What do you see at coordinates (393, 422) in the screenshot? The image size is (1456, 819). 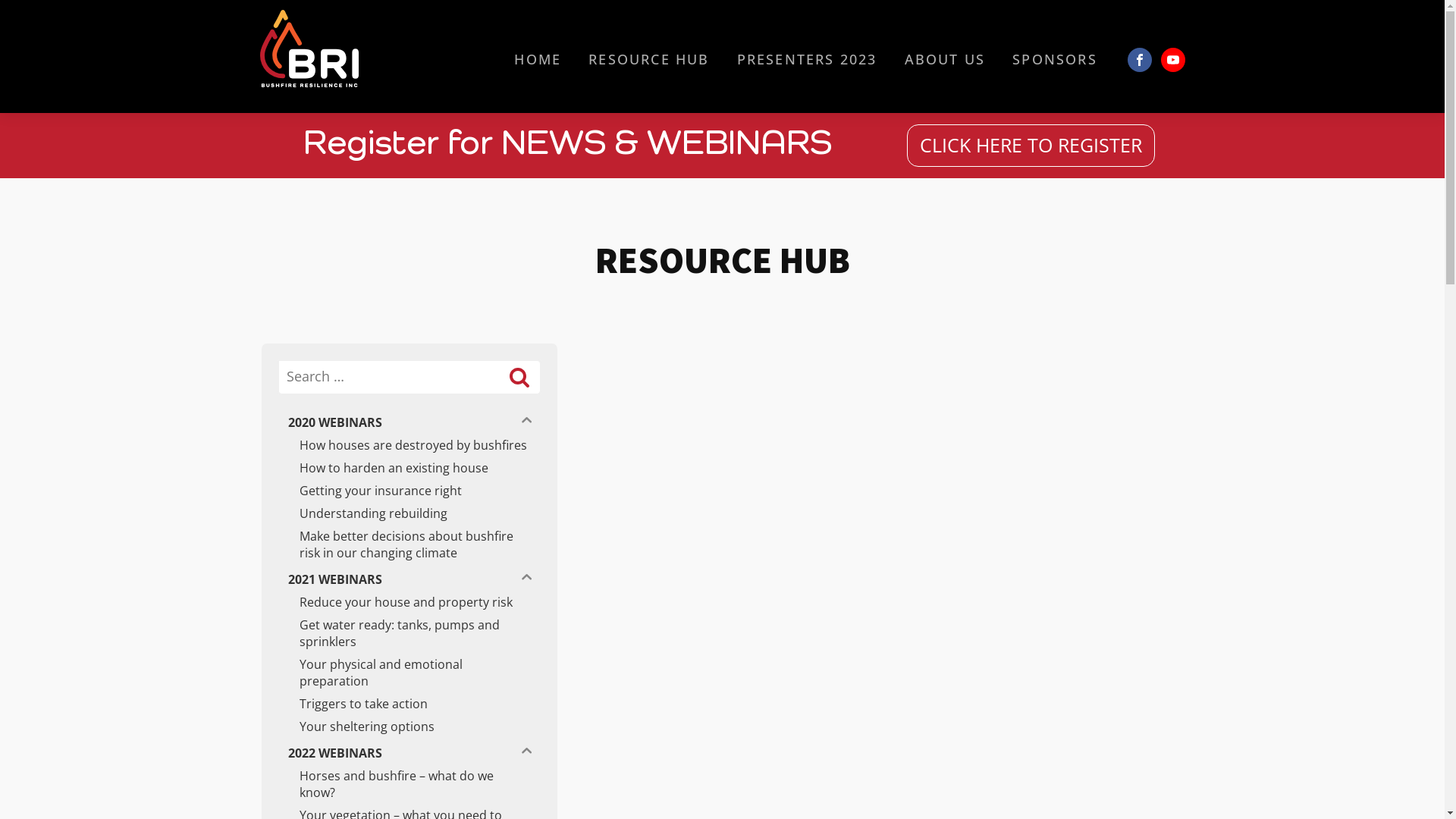 I see `'2020 WEBINARS'` at bounding box center [393, 422].